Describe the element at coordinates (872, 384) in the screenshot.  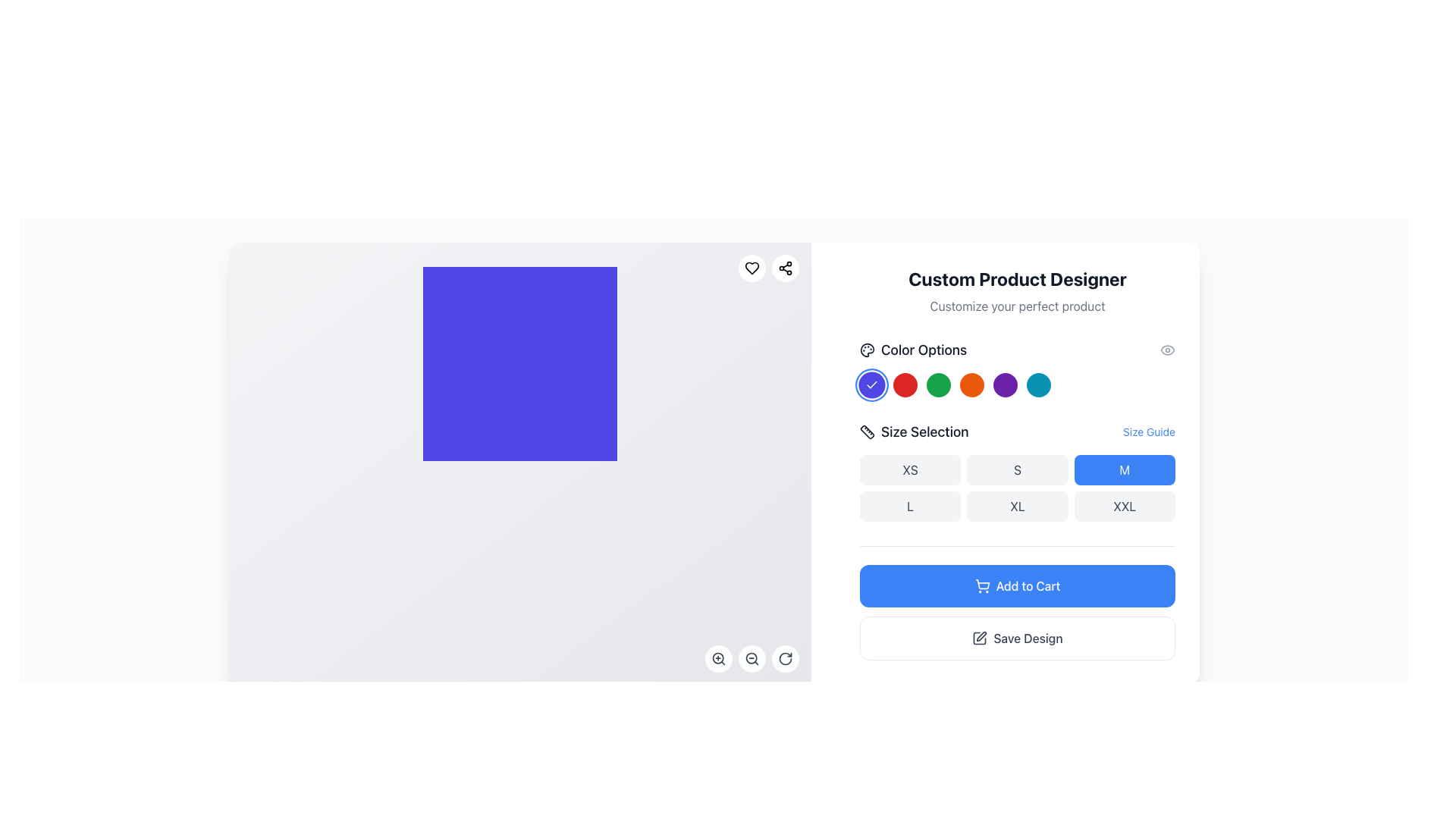
I see `the blue circular button in the 'Color Options' section, which indicates that the blue color option is currently selected` at that location.